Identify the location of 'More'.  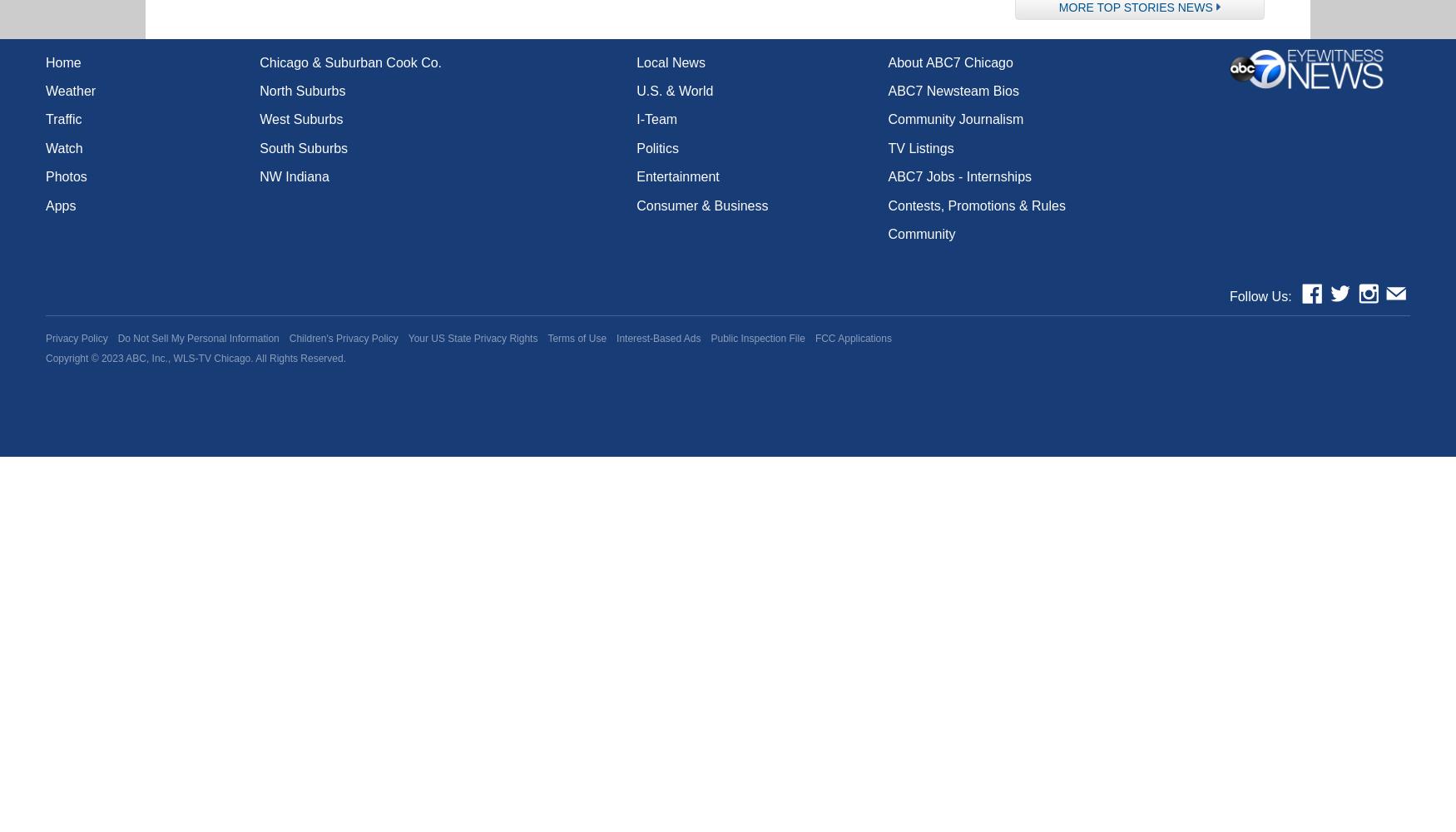
(1077, 7).